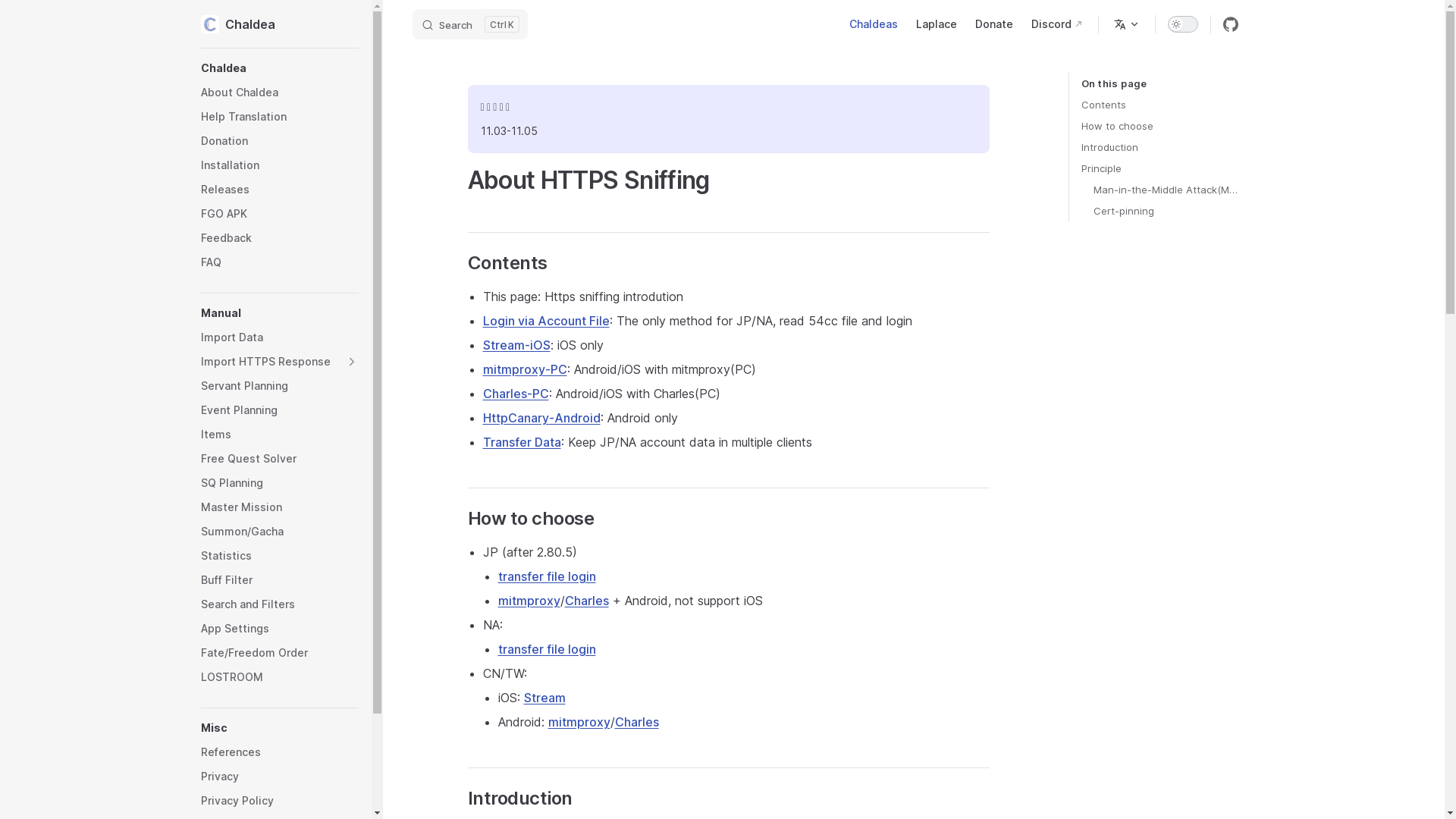 This screenshot has width=1456, height=819. I want to click on 'Transfer Data', so click(521, 441).